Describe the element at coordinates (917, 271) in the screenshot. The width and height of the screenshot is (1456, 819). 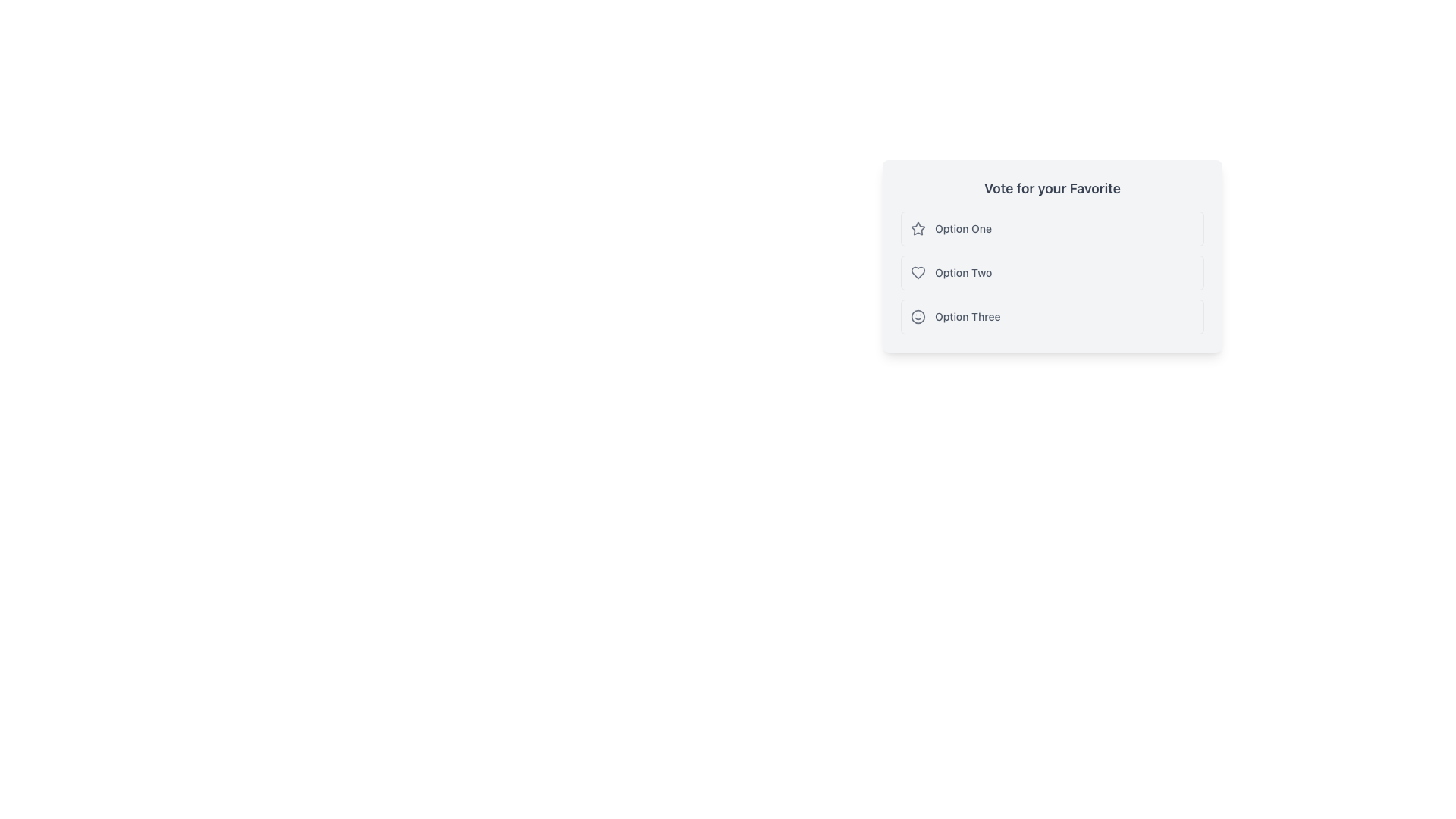
I see `the heart icon, which is a hollow outline style in gray, located to the left of the 'Option Two' text in the 'Vote for your Favorite' panel` at that location.